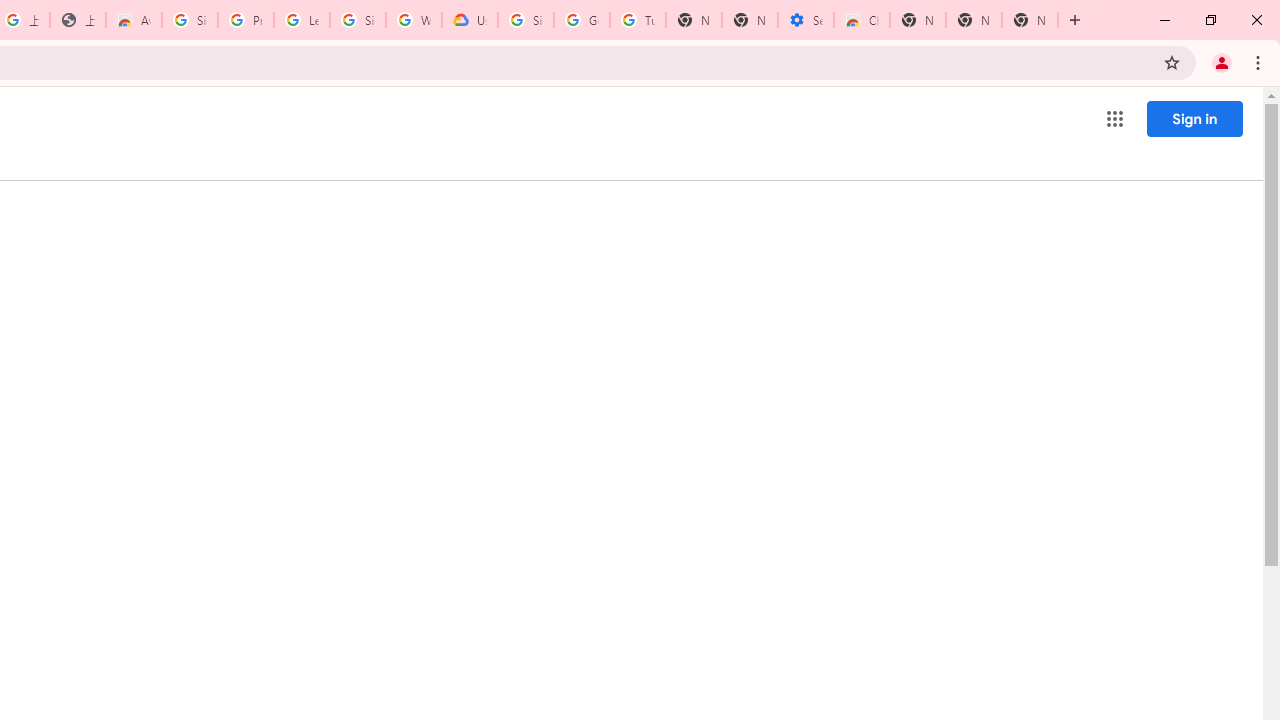 The height and width of the screenshot is (720, 1280). What do you see at coordinates (862, 20) in the screenshot?
I see `'Chrome Web Store - Accessibility extensions'` at bounding box center [862, 20].